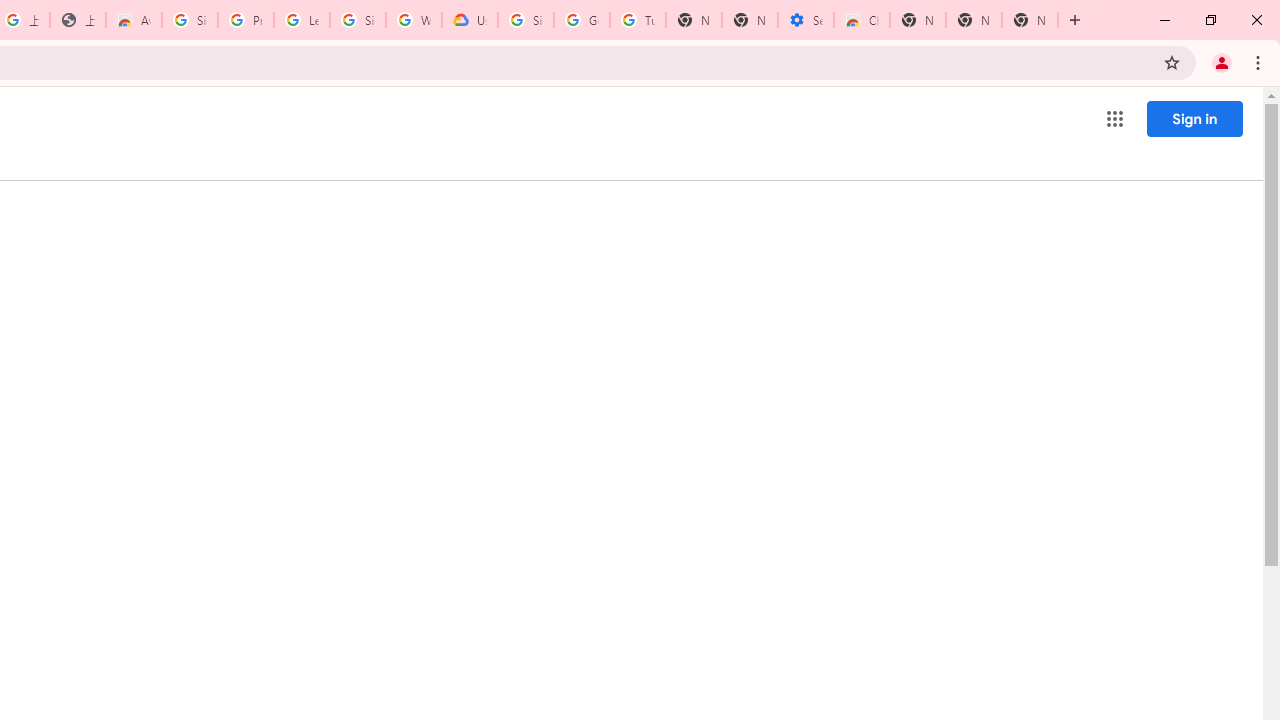 The height and width of the screenshot is (720, 1280). What do you see at coordinates (862, 20) in the screenshot?
I see `'Chrome Web Store - Accessibility extensions'` at bounding box center [862, 20].